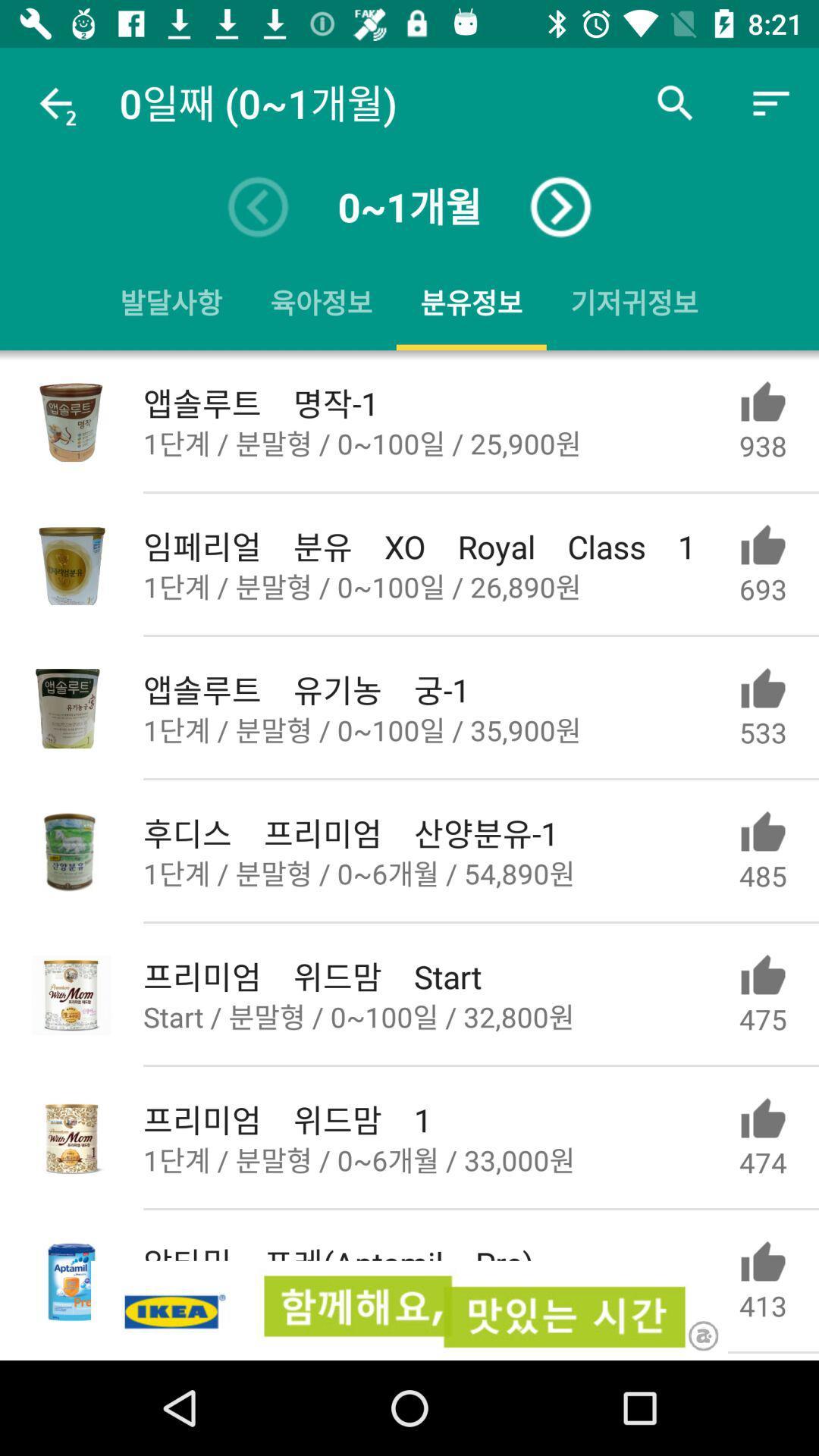 This screenshot has height=1456, width=819. I want to click on the arrow_forward icon, so click(560, 206).